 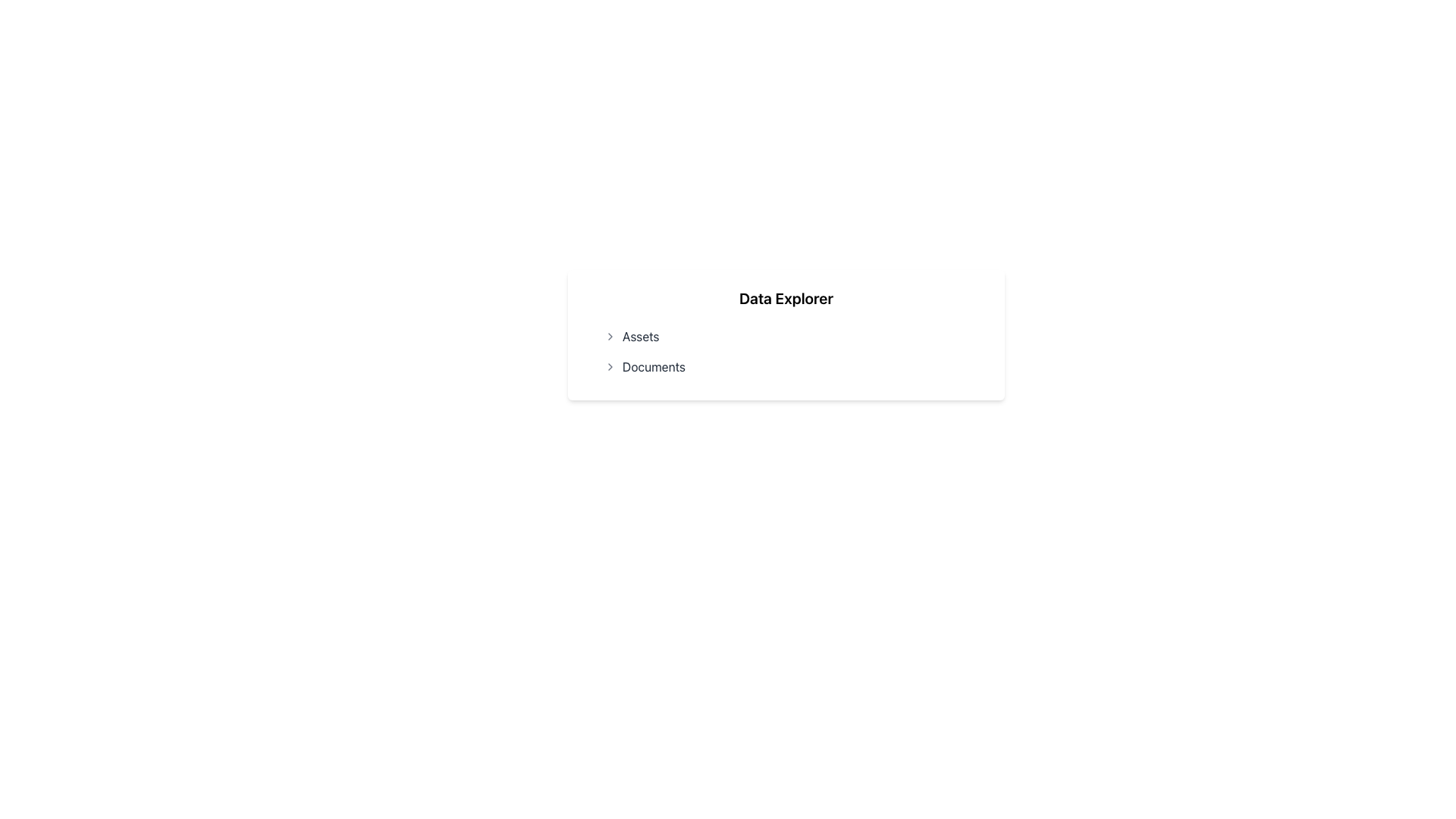 What do you see at coordinates (786, 366) in the screenshot?
I see `the chevron of the second collapsible navigation item under 'Data Explorer'` at bounding box center [786, 366].